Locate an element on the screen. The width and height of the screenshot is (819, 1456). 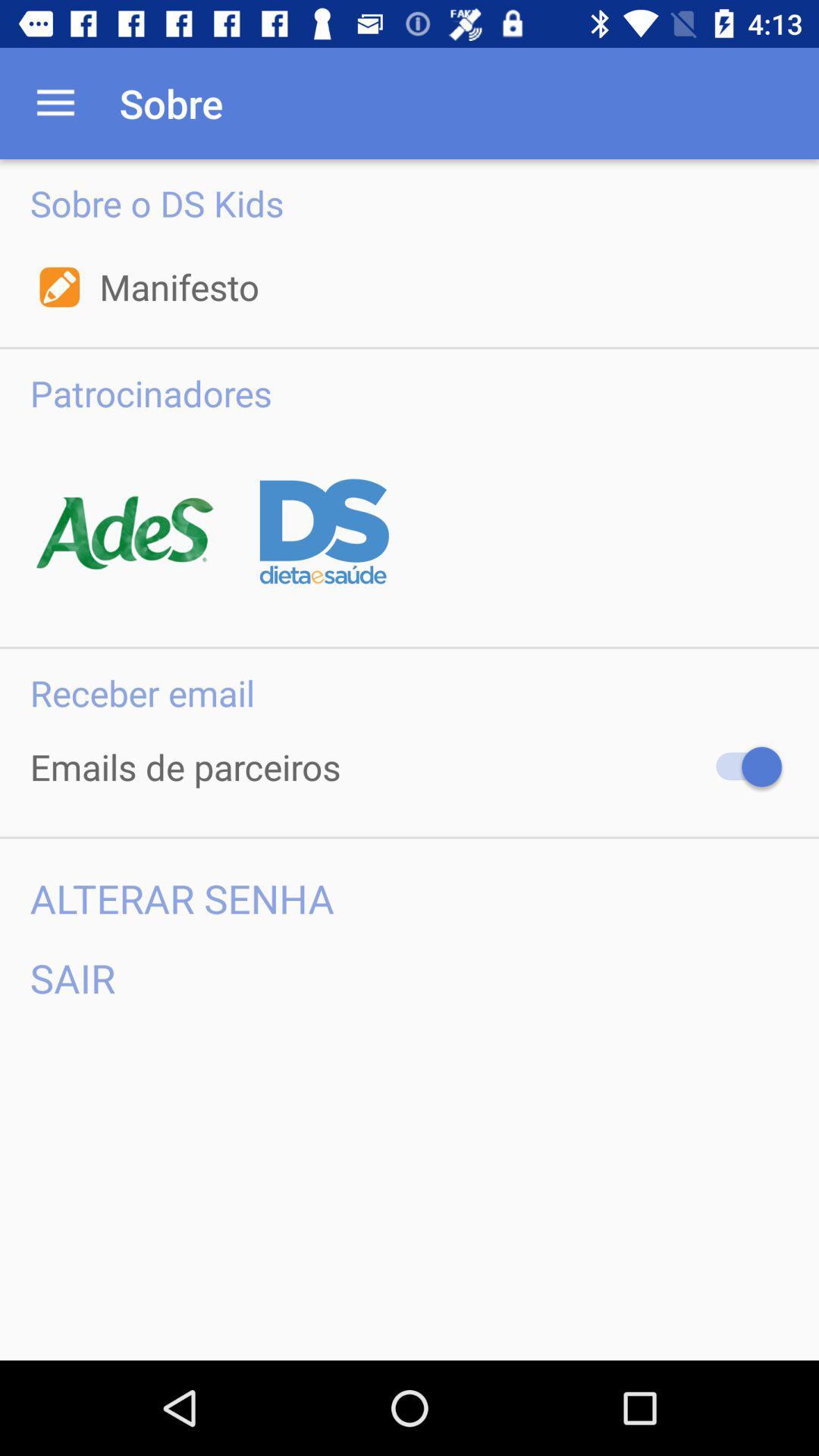
item to the right of the emails de parceiros is located at coordinates (741, 767).